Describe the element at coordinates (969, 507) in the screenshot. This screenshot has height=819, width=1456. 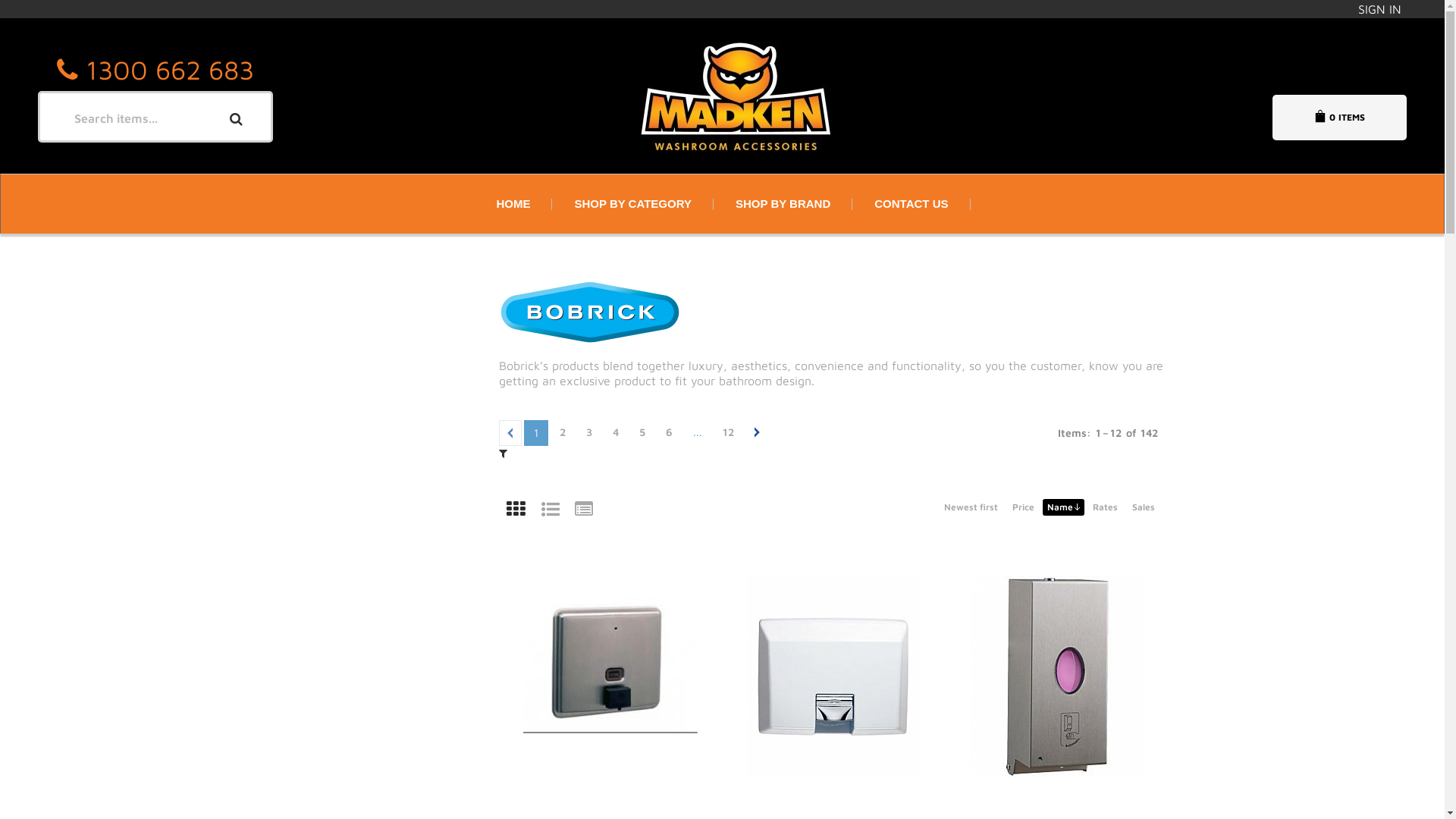
I see `'Newest first'` at that location.